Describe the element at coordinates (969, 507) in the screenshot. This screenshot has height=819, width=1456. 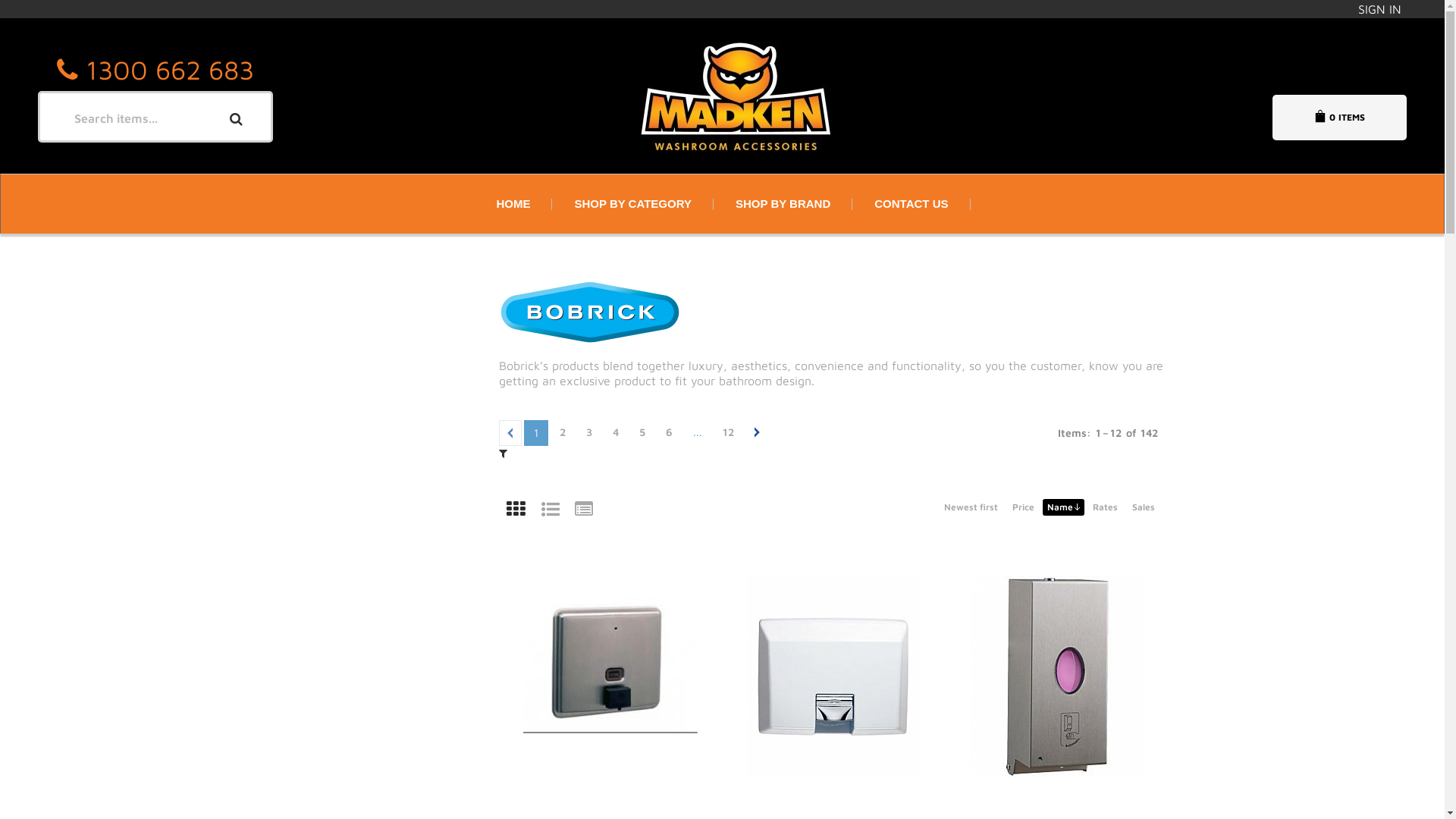
I see `'Newest first'` at that location.